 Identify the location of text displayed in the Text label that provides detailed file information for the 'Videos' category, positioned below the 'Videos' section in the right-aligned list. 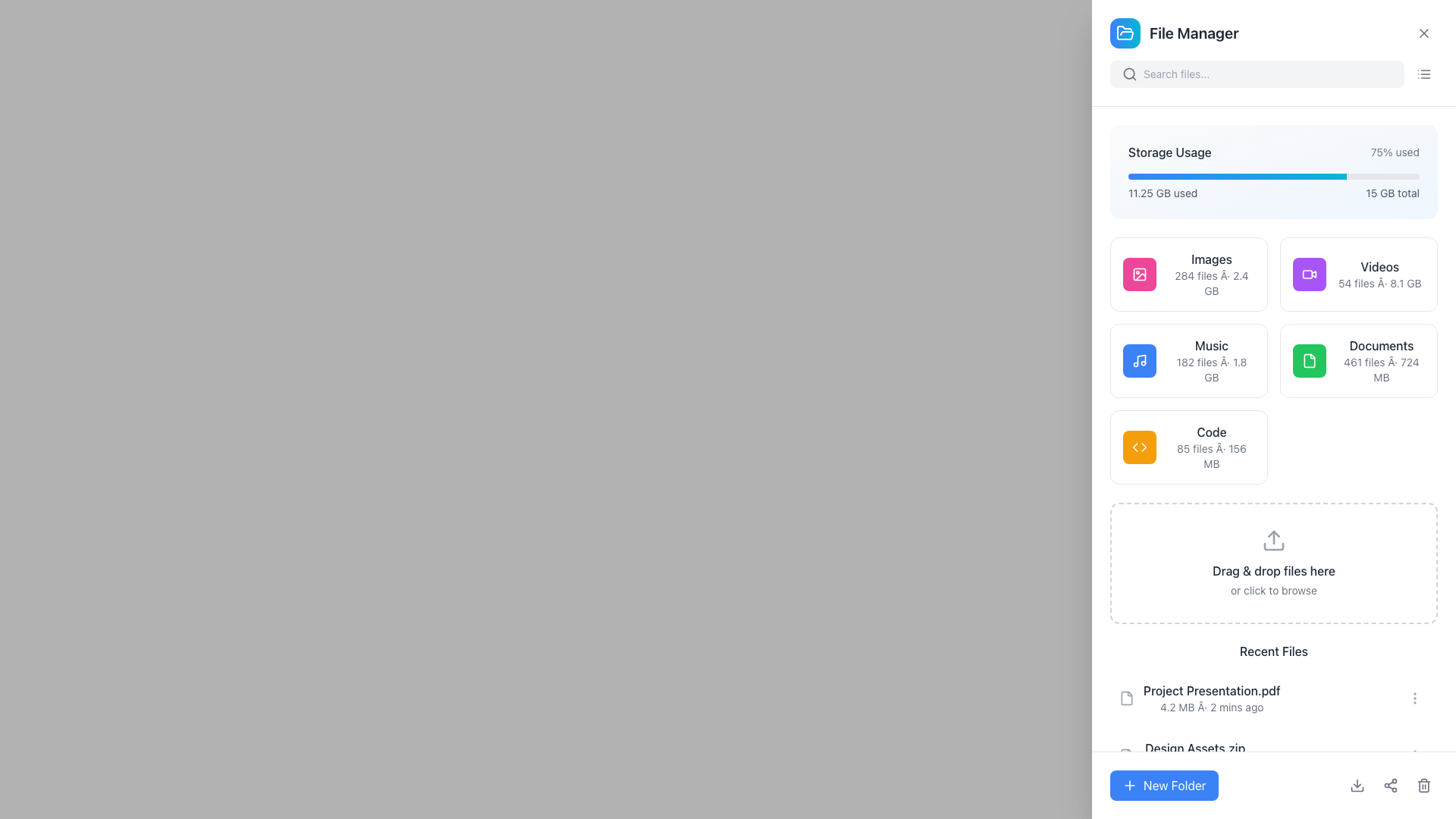
(1379, 284).